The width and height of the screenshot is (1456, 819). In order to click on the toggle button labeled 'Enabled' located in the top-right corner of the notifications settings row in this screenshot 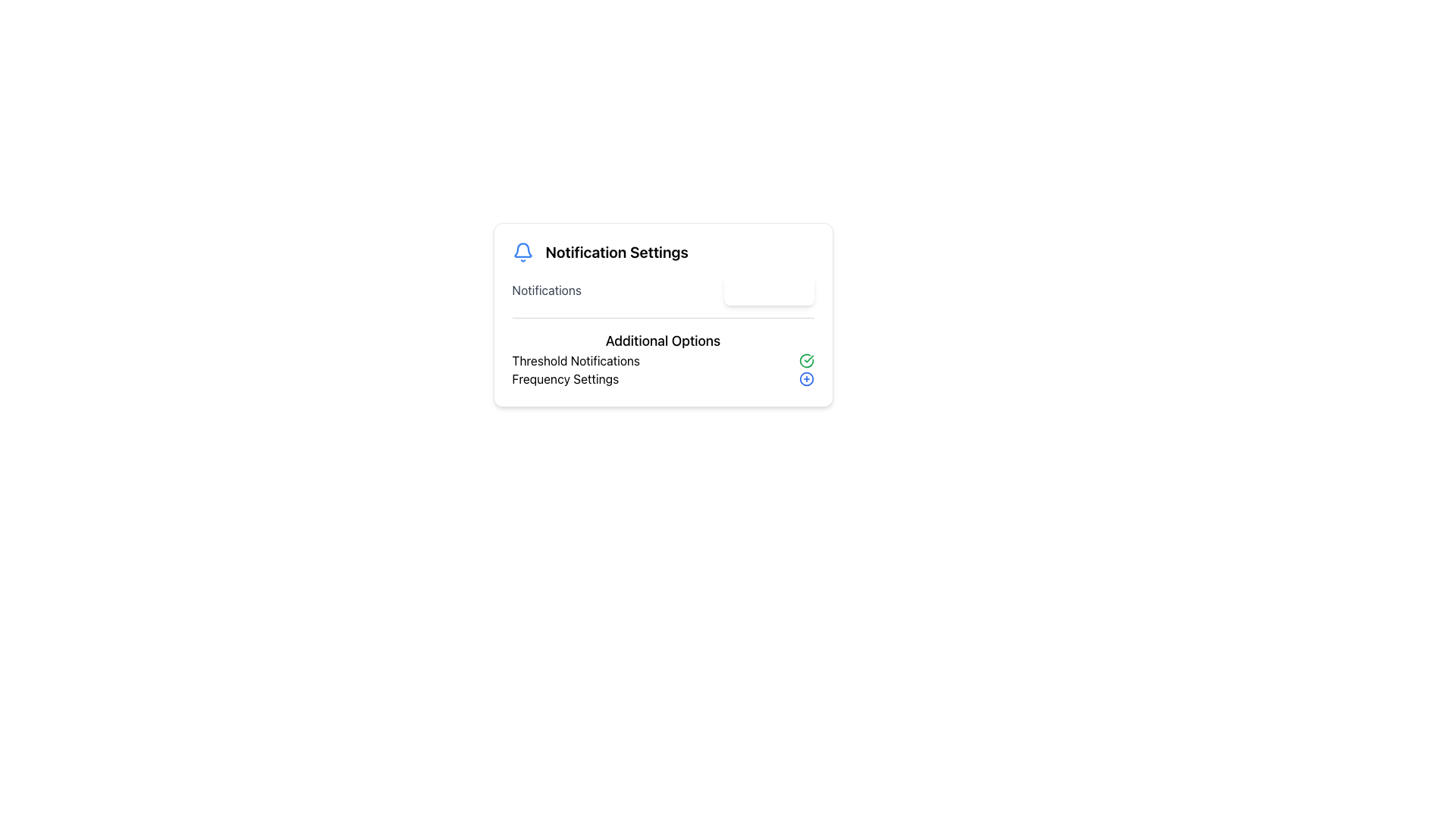, I will do `click(768, 290)`.